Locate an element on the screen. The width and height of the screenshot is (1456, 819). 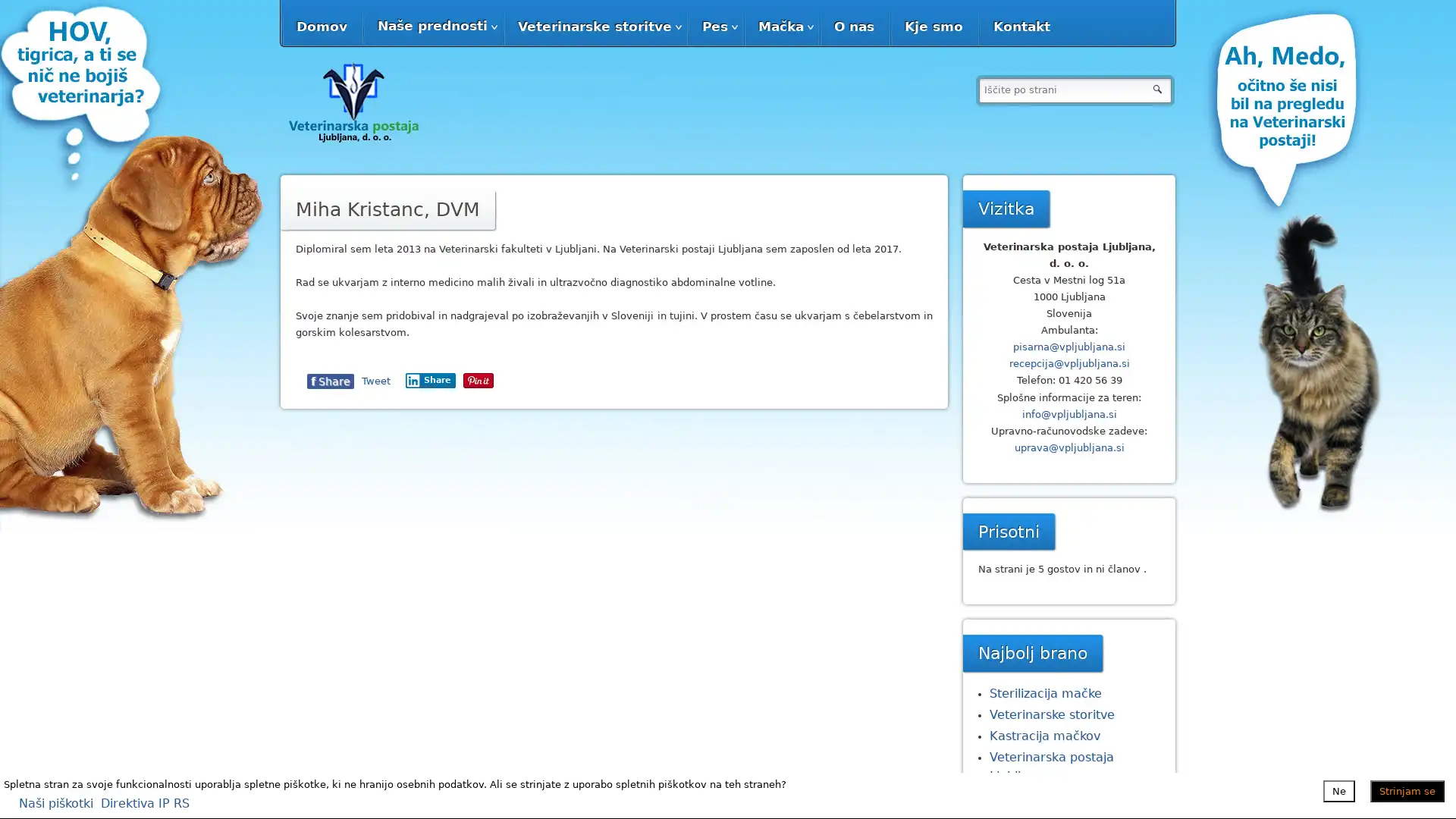
Ne is located at coordinates (1339, 789).